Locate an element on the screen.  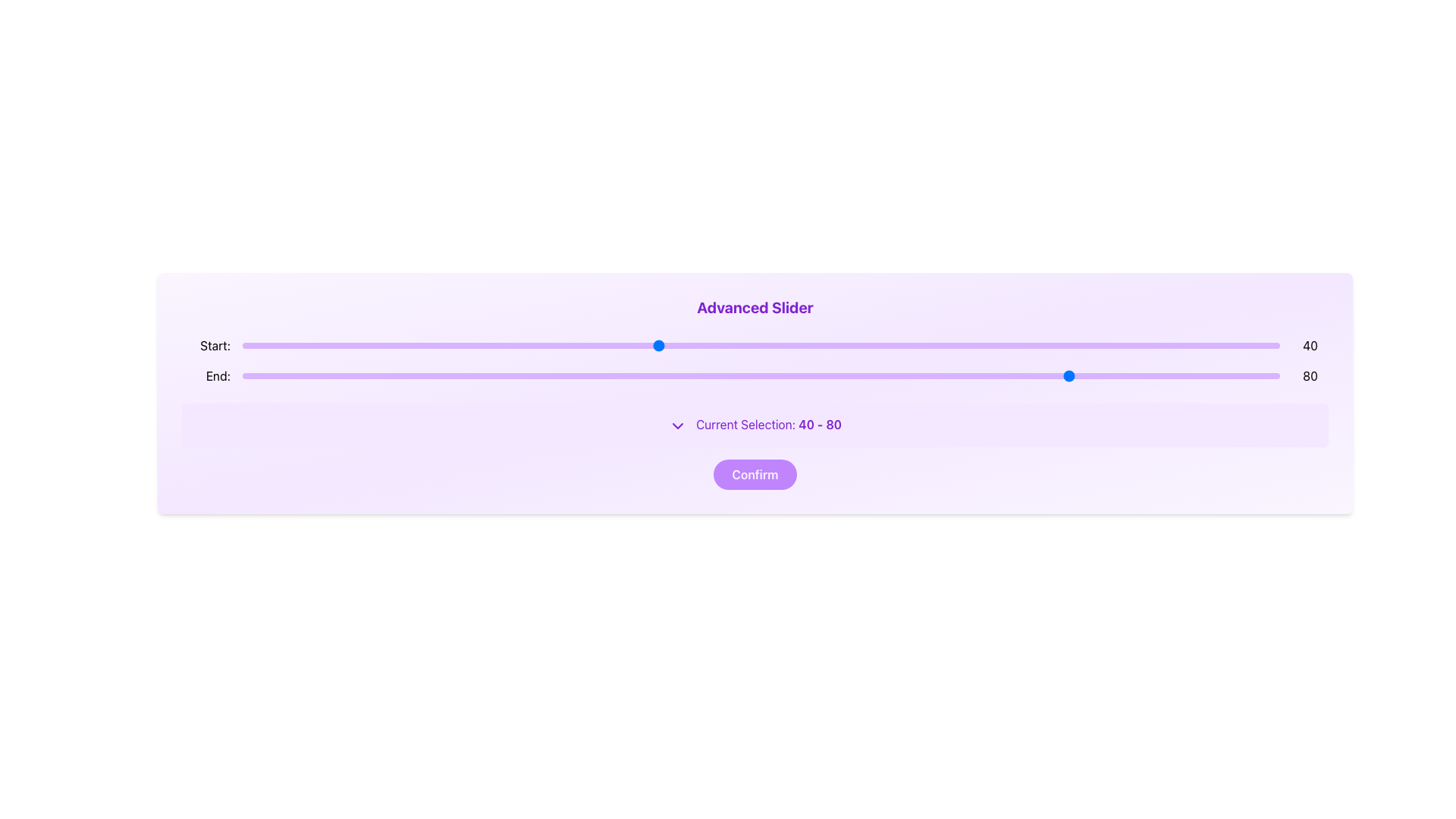
the 'End' value is located at coordinates (792, 375).